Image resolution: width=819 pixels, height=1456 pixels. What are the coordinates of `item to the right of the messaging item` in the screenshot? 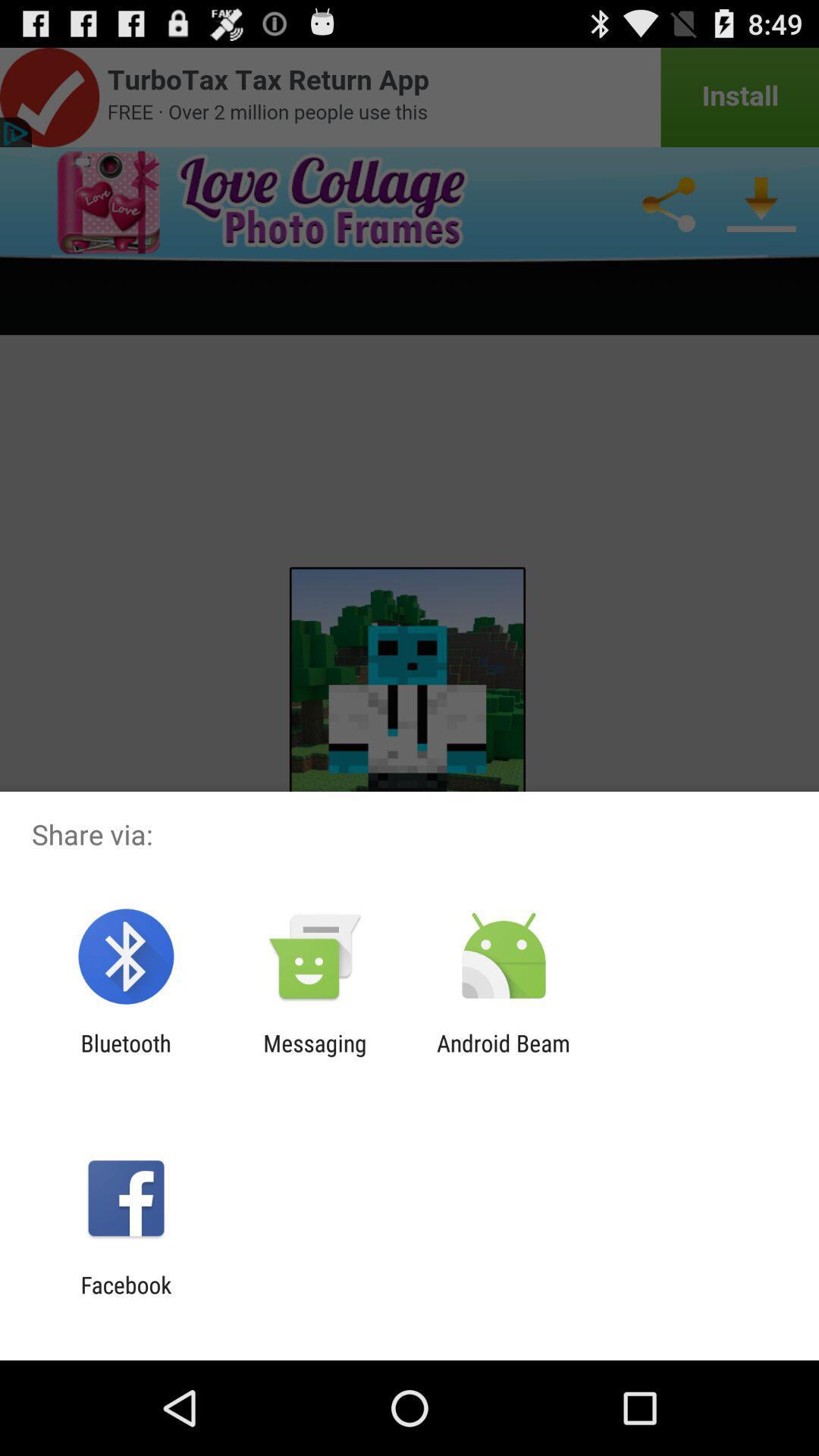 It's located at (504, 1056).